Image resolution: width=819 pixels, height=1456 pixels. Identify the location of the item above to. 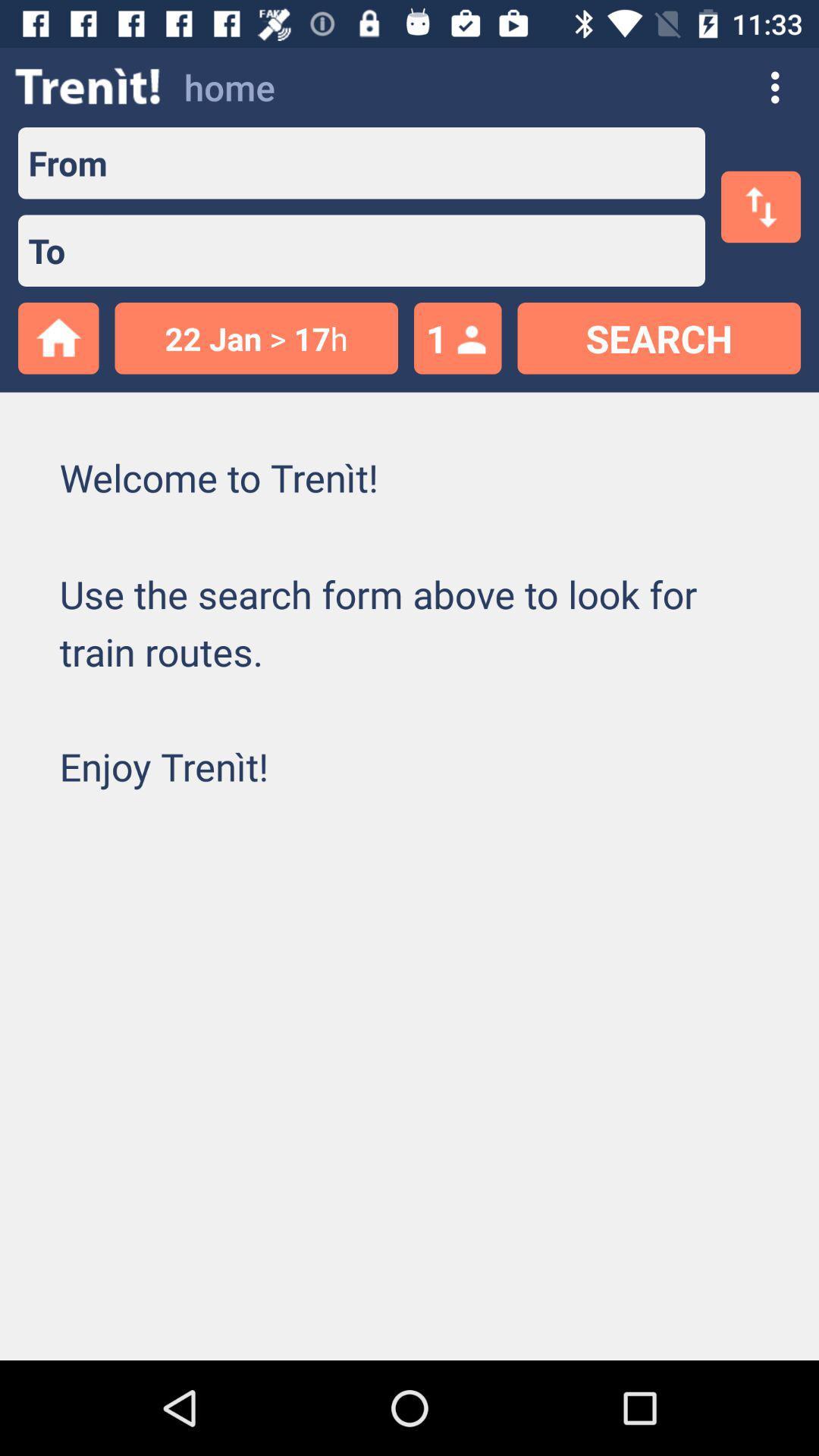
(61, 163).